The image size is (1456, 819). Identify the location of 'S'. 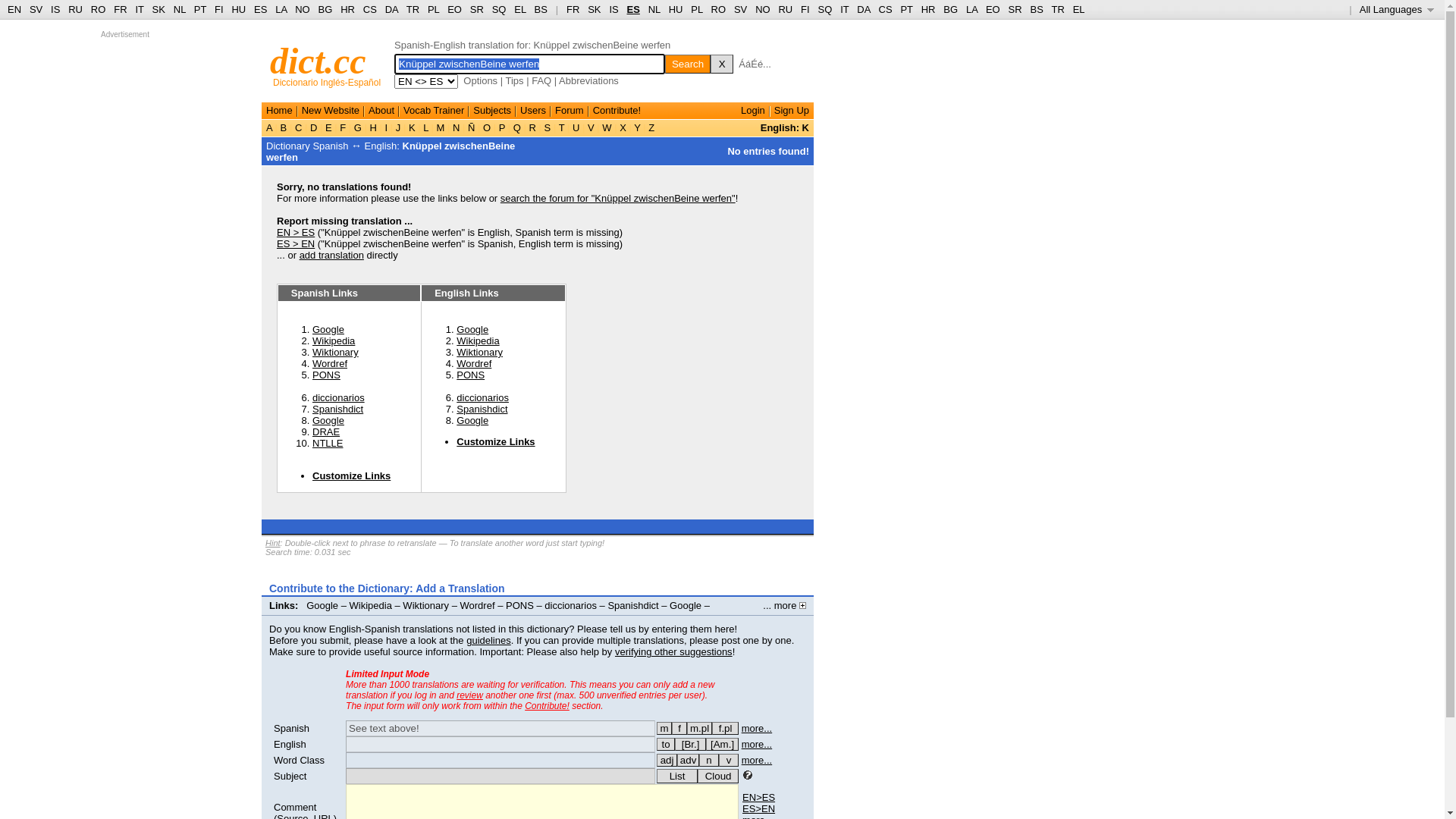
(546, 127).